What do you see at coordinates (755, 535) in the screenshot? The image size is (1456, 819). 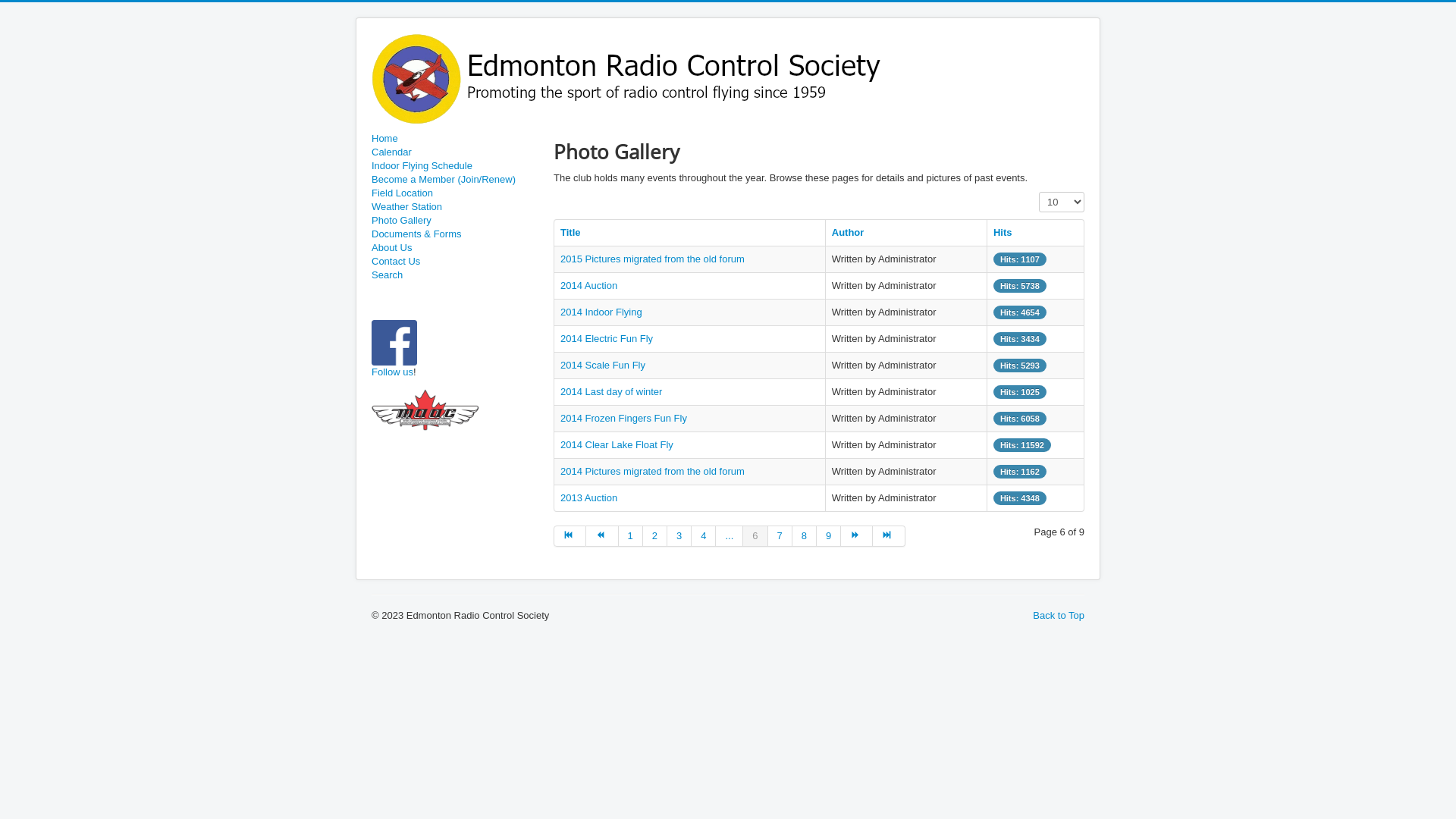 I see `'6'` at bounding box center [755, 535].